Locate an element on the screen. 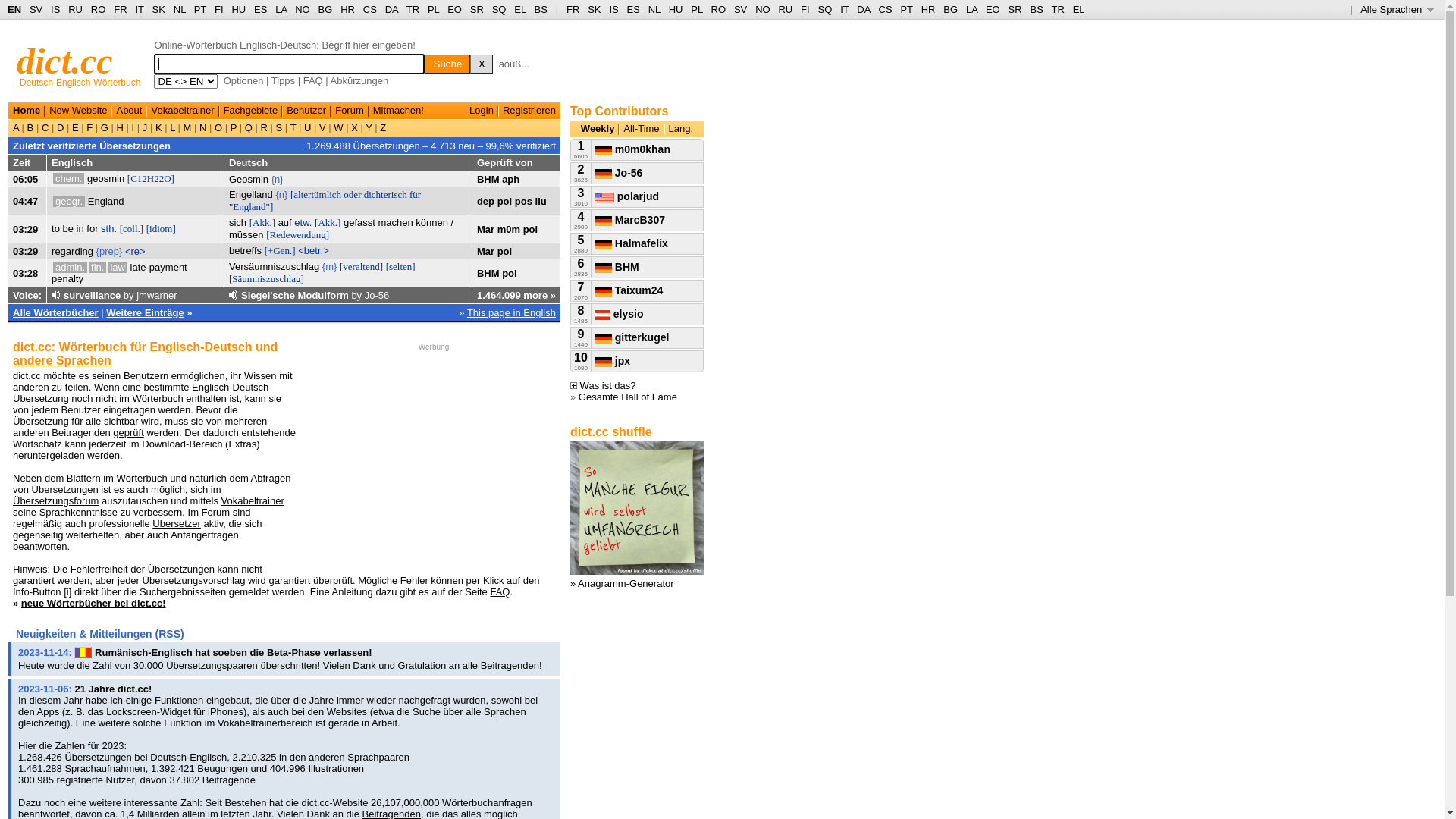  'BG' is located at coordinates (318, 9).